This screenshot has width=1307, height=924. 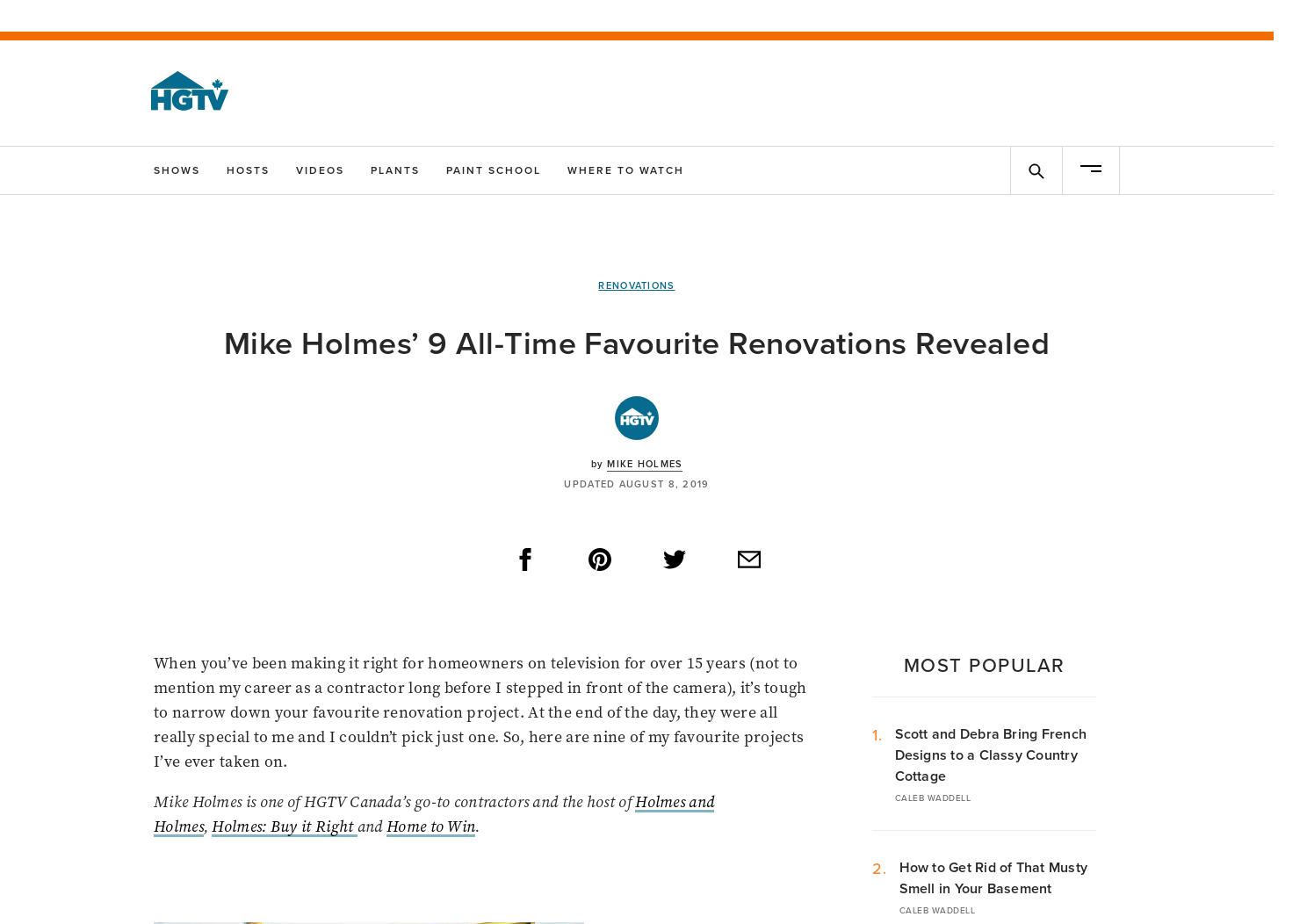 What do you see at coordinates (532, 726) in the screenshot?
I see `'Melissa Girimonte'` at bounding box center [532, 726].